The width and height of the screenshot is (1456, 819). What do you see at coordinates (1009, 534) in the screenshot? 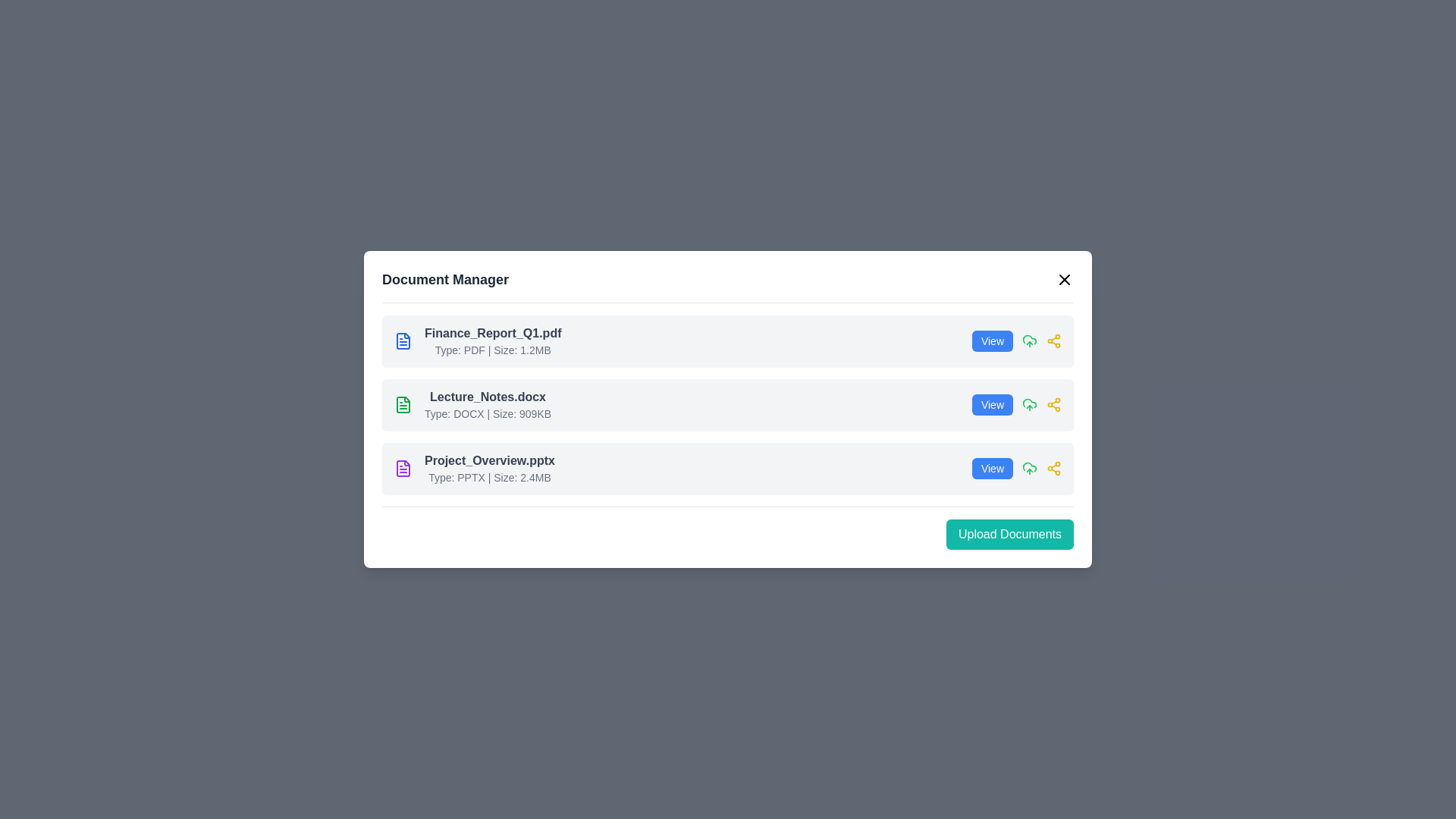
I see `the upload button located in the bottom-right corner of the panel` at bounding box center [1009, 534].